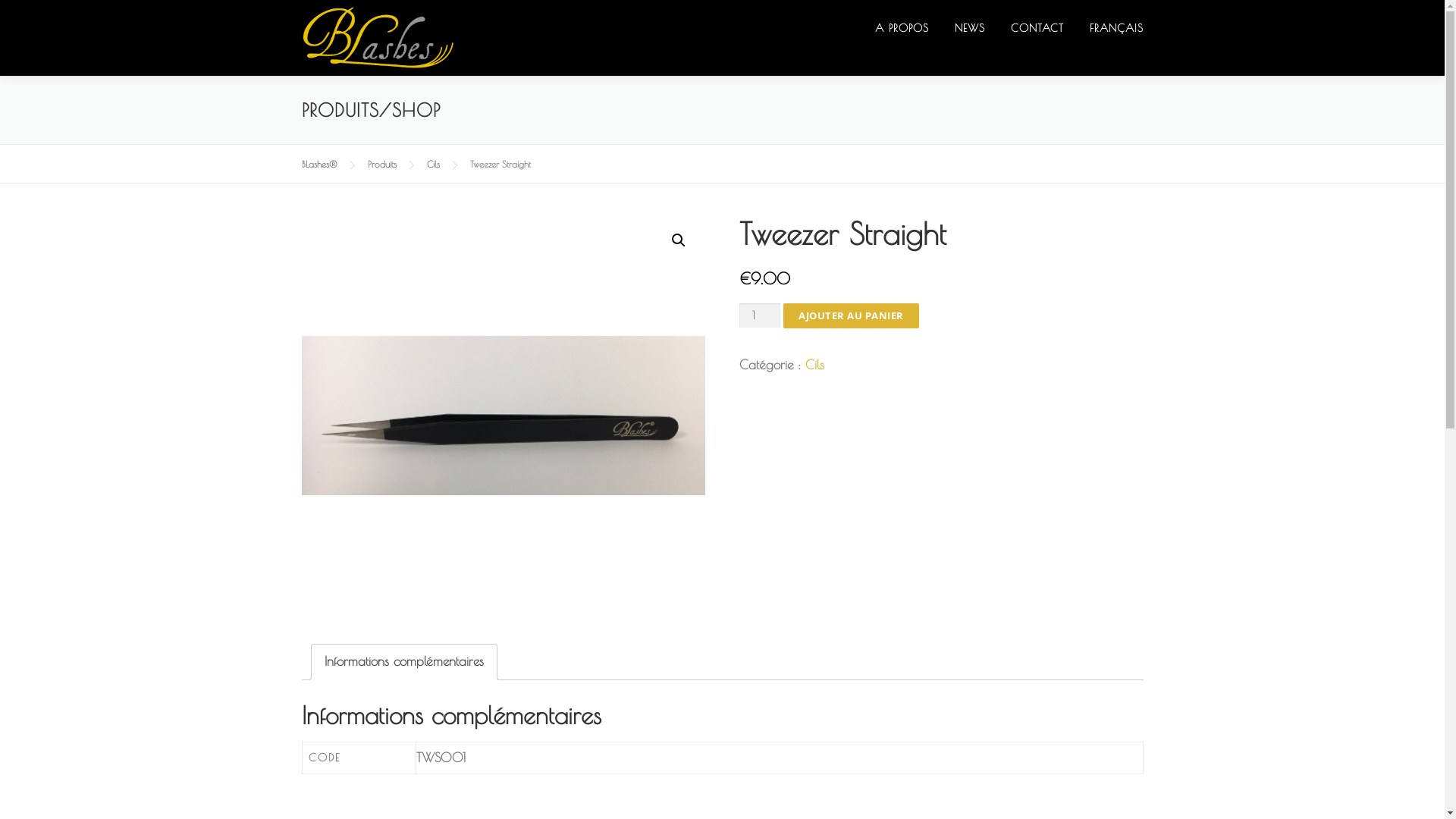 The image size is (1456, 819). What do you see at coordinates (901, 28) in the screenshot?
I see `'A PROPOS'` at bounding box center [901, 28].